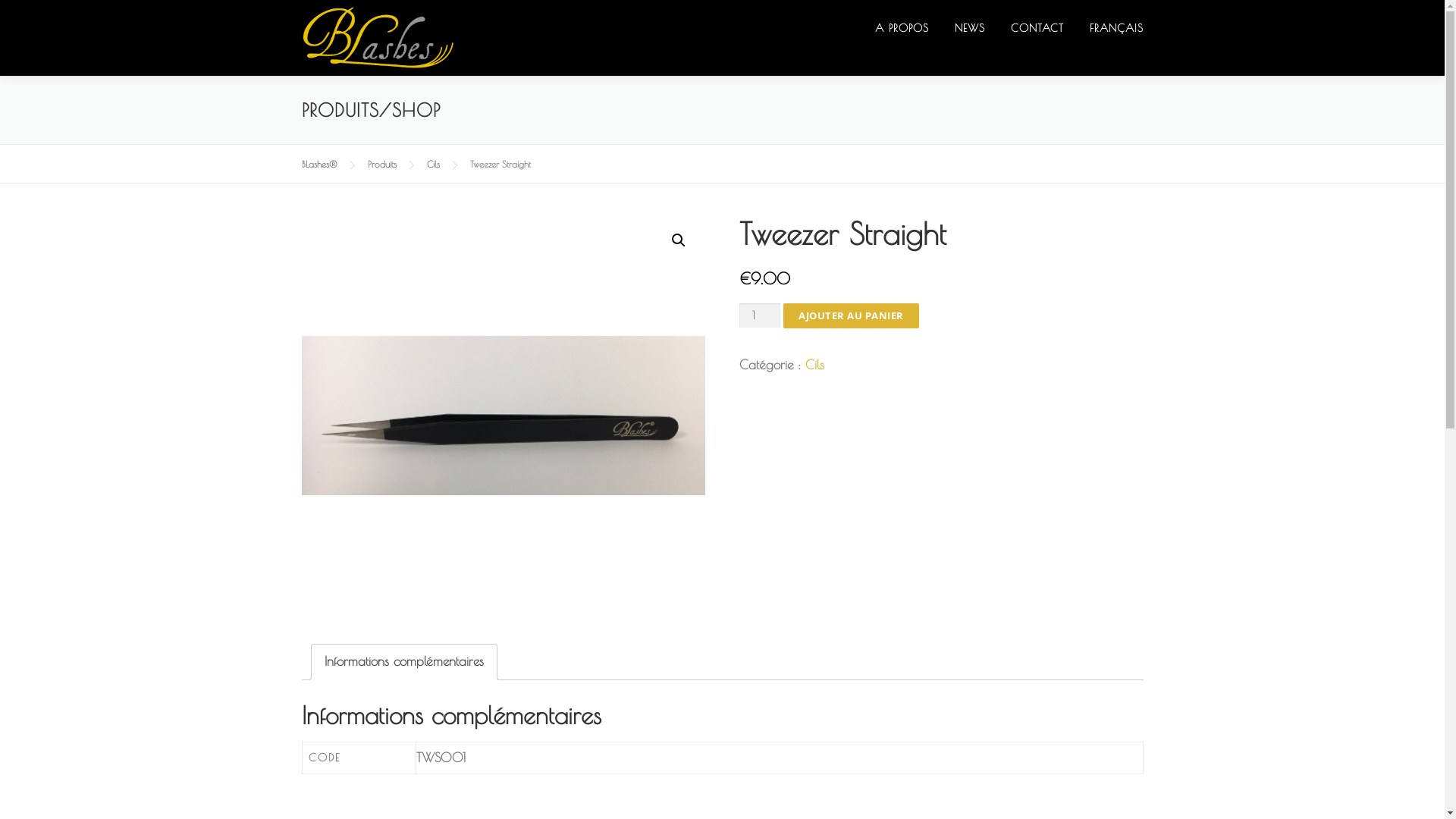 The image size is (1456, 819). What do you see at coordinates (901, 28) in the screenshot?
I see `'A PROPOS'` at bounding box center [901, 28].